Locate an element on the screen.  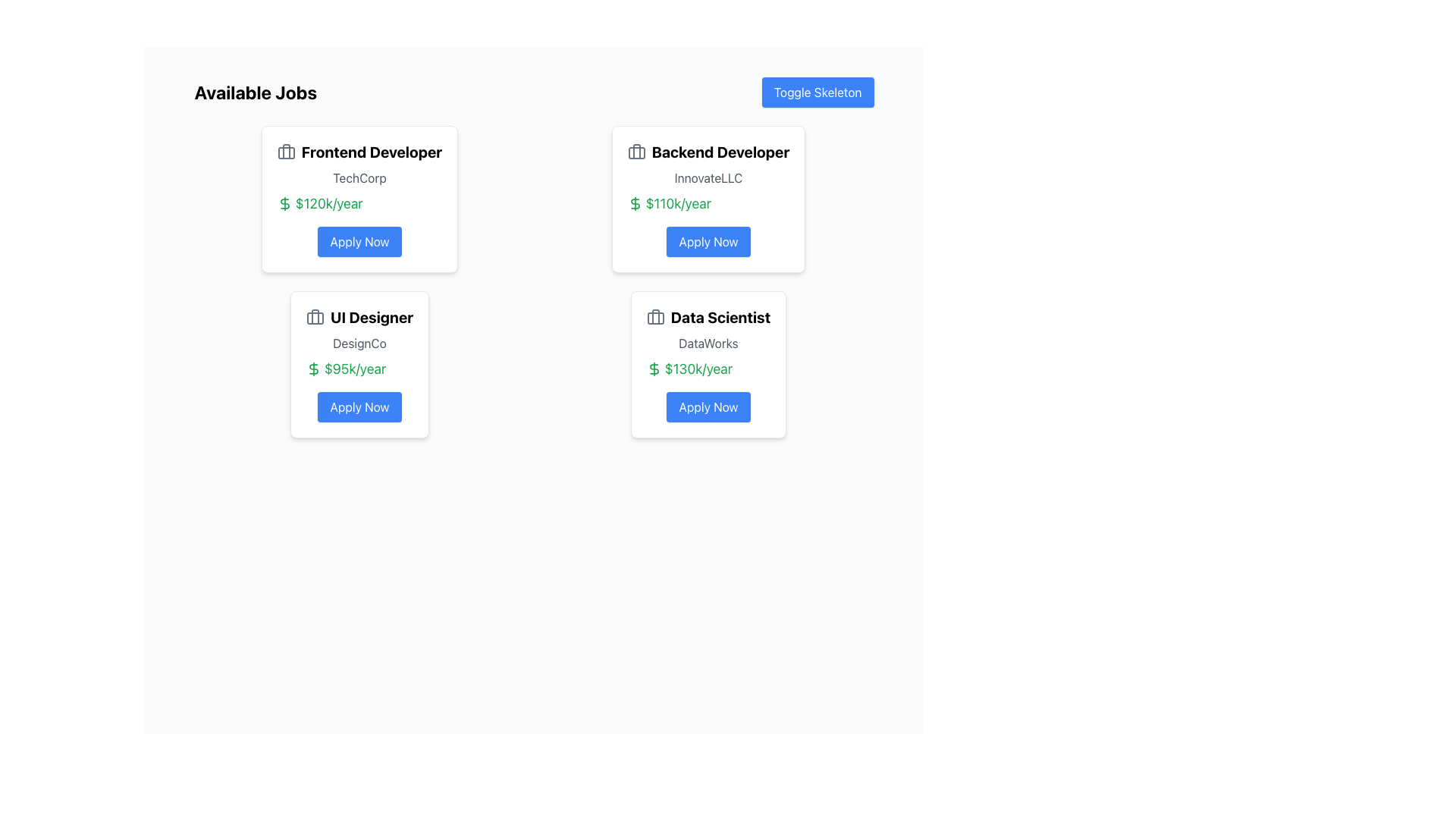
the icon positioned to the left of the 'UI Designer' title in the card header, which visually indicates job roles is located at coordinates (314, 317).